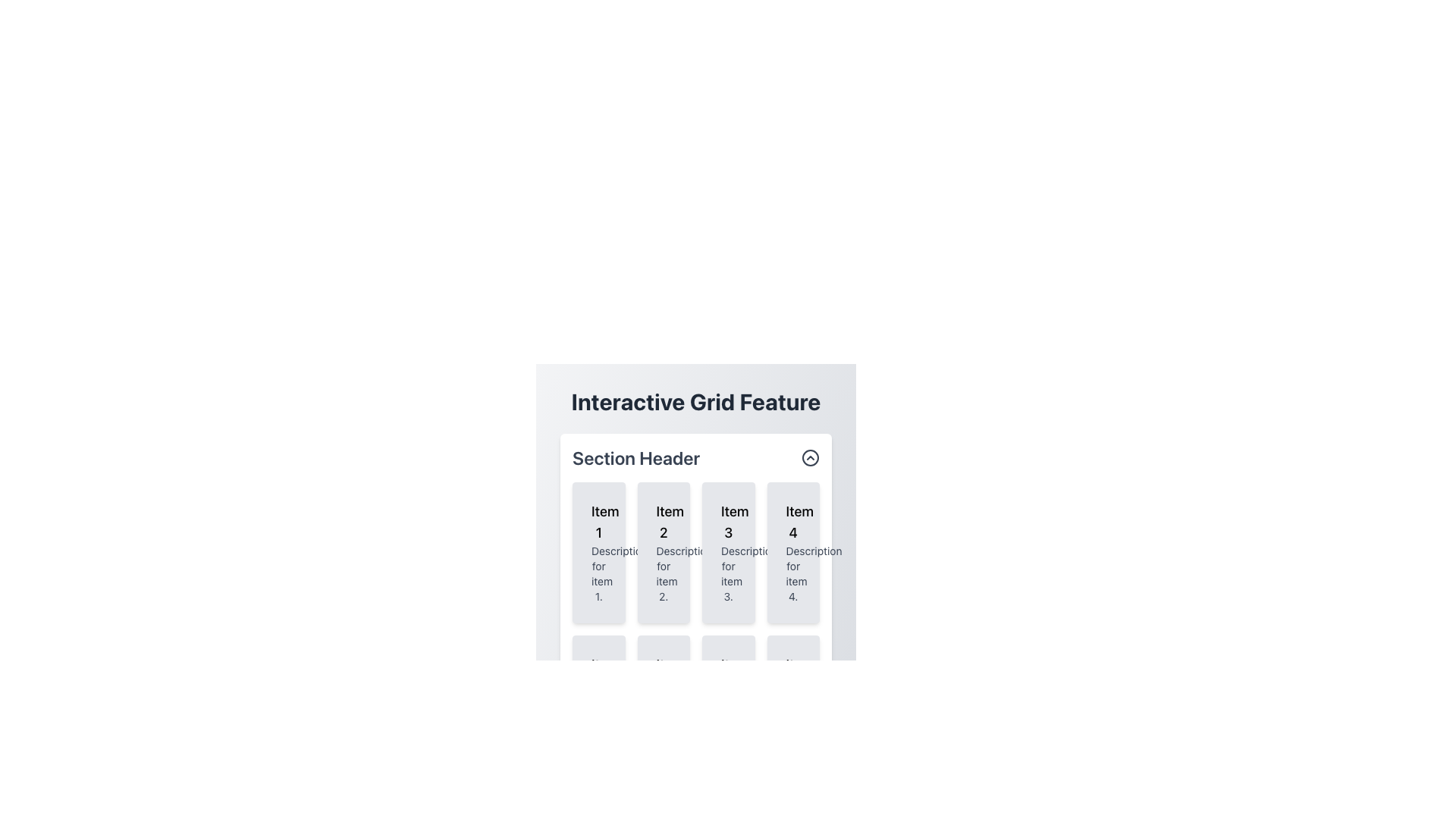  Describe the element at coordinates (728, 522) in the screenshot. I see `the static text label reading 'Item 3' located in the third column of the 'Interactive Grid Feature' section, which is styled with a medium-sized bold font and positioned above descriptive text` at that location.